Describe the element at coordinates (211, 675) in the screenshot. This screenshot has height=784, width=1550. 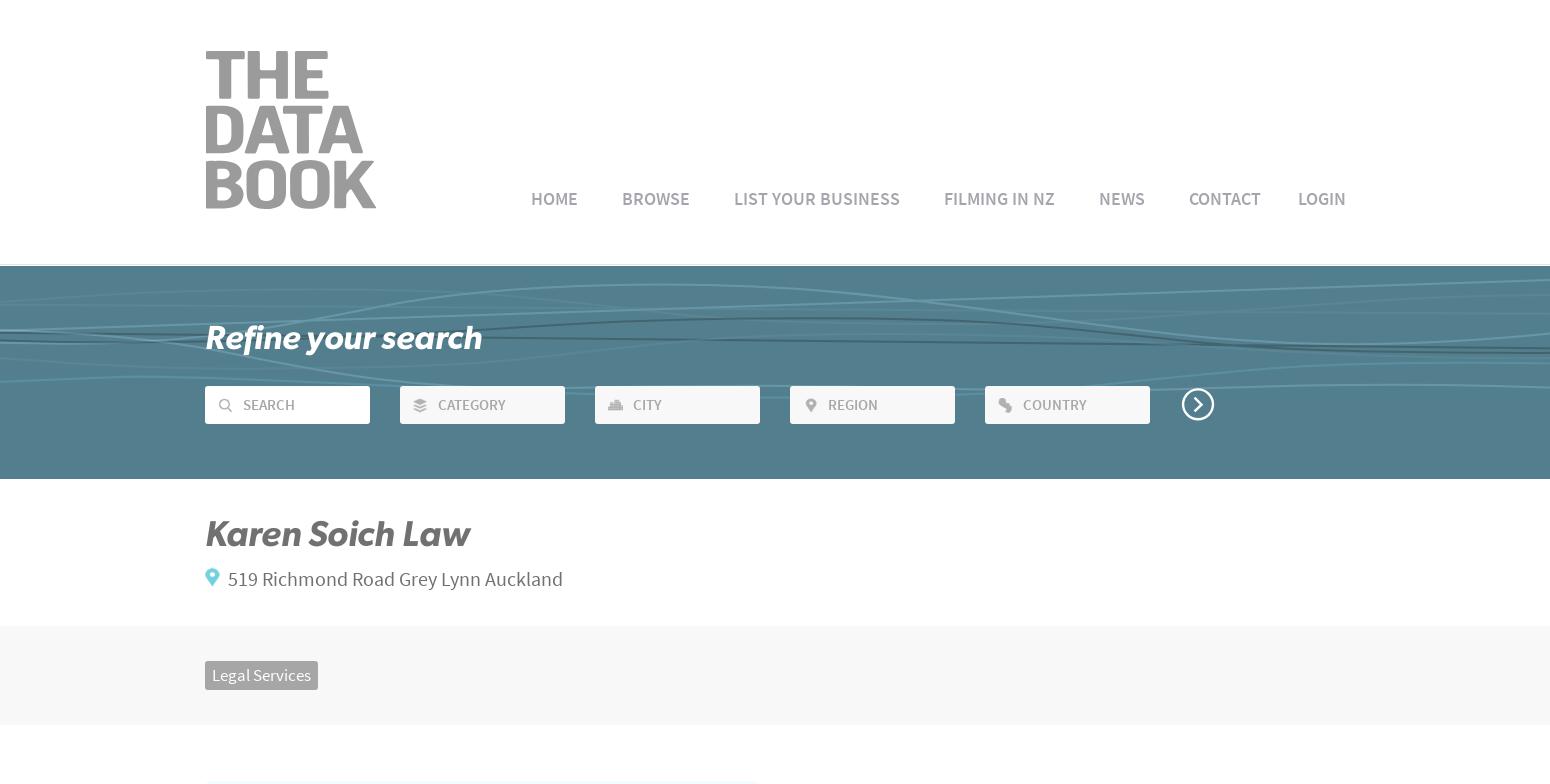
I see `'Legal Services'` at that location.